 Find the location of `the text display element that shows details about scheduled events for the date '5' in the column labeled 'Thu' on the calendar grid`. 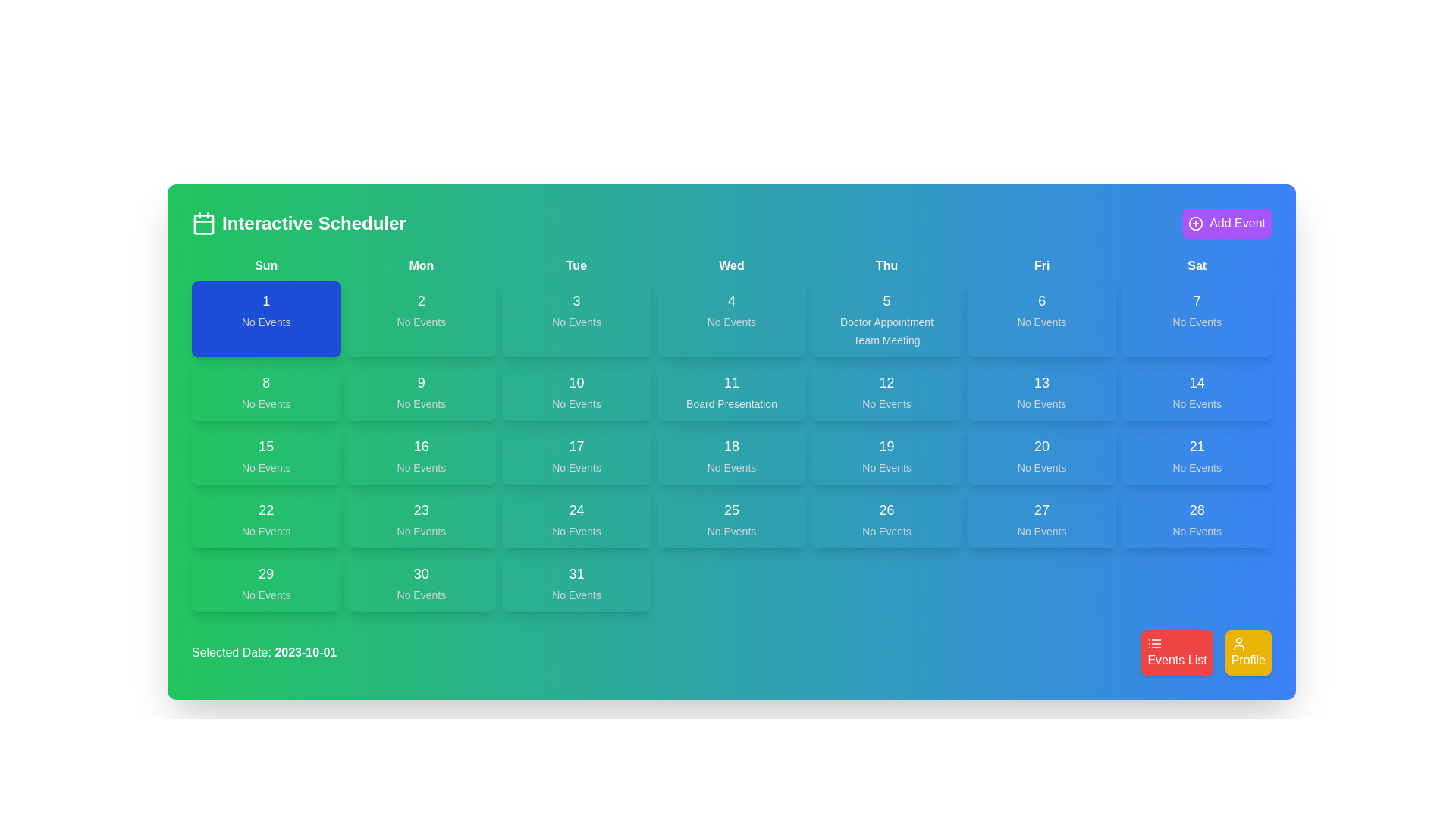

the text display element that shows details about scheduled events for the date '5' in the column labeled 'Thu' on the calendar grid is located at coordinates (886, 330).